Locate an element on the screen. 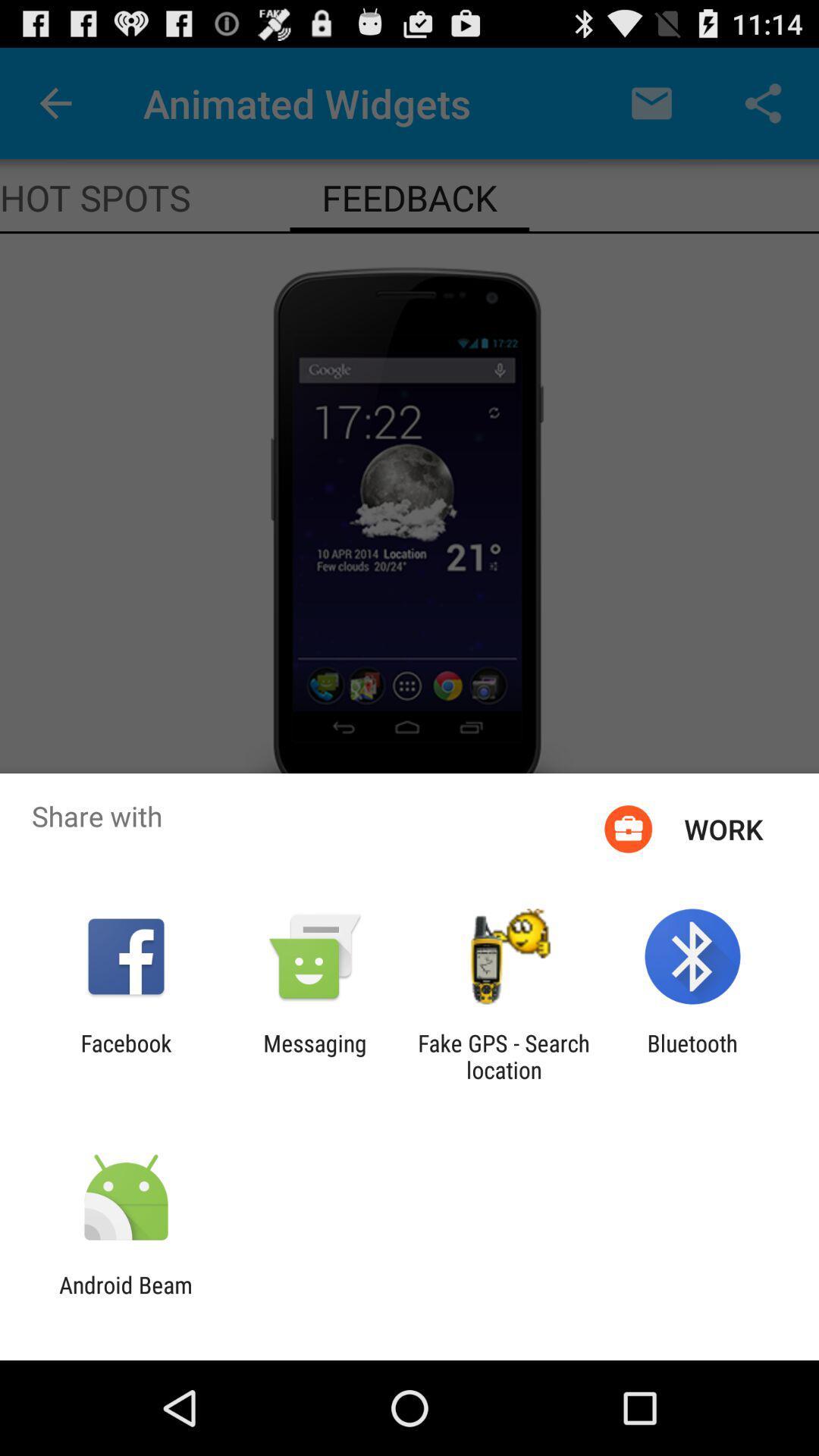  app next to the bluetooth app is located at coordinates (504, 1056).